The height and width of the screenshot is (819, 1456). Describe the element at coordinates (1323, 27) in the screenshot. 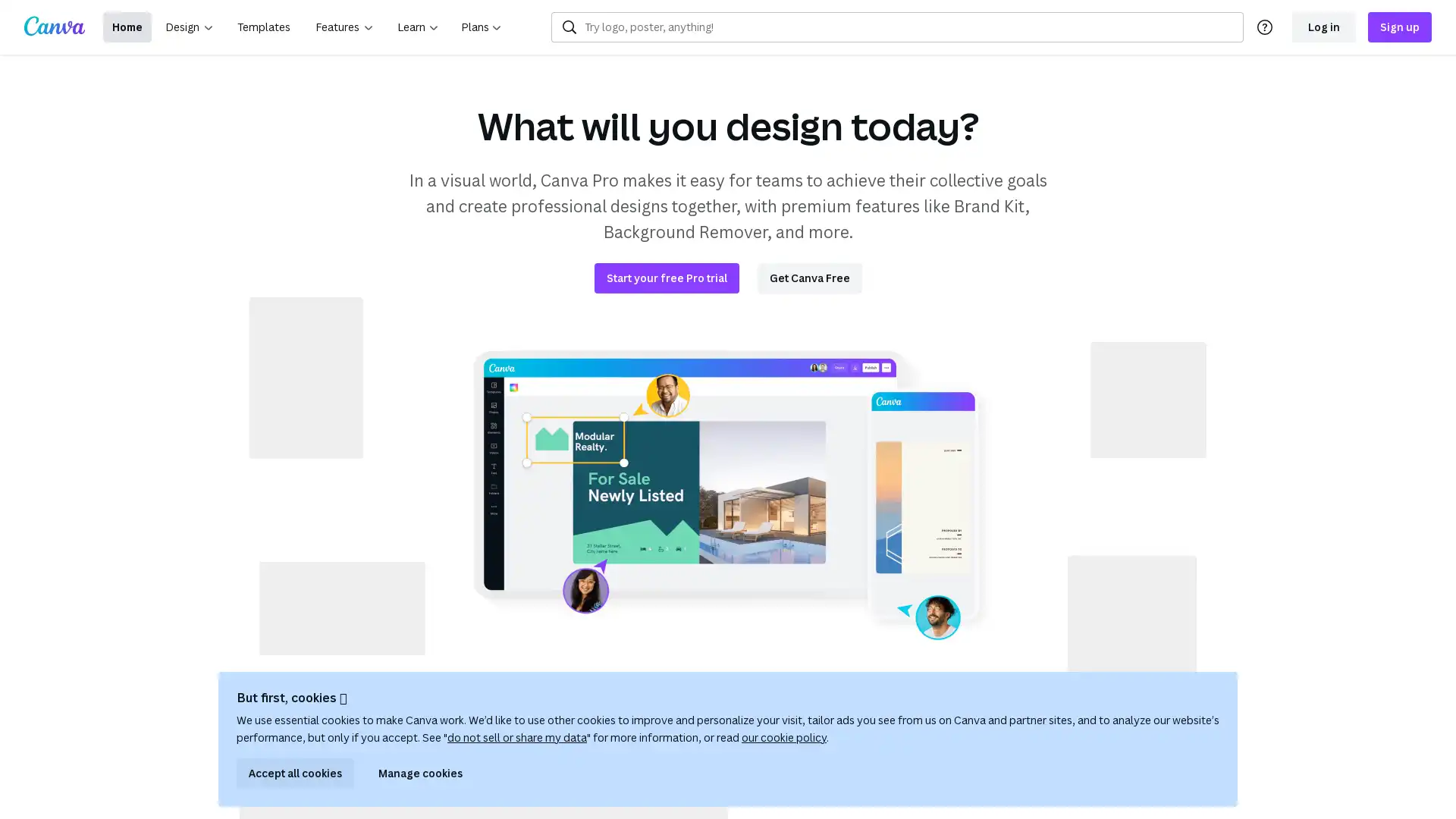

I see `Log in` at that location.